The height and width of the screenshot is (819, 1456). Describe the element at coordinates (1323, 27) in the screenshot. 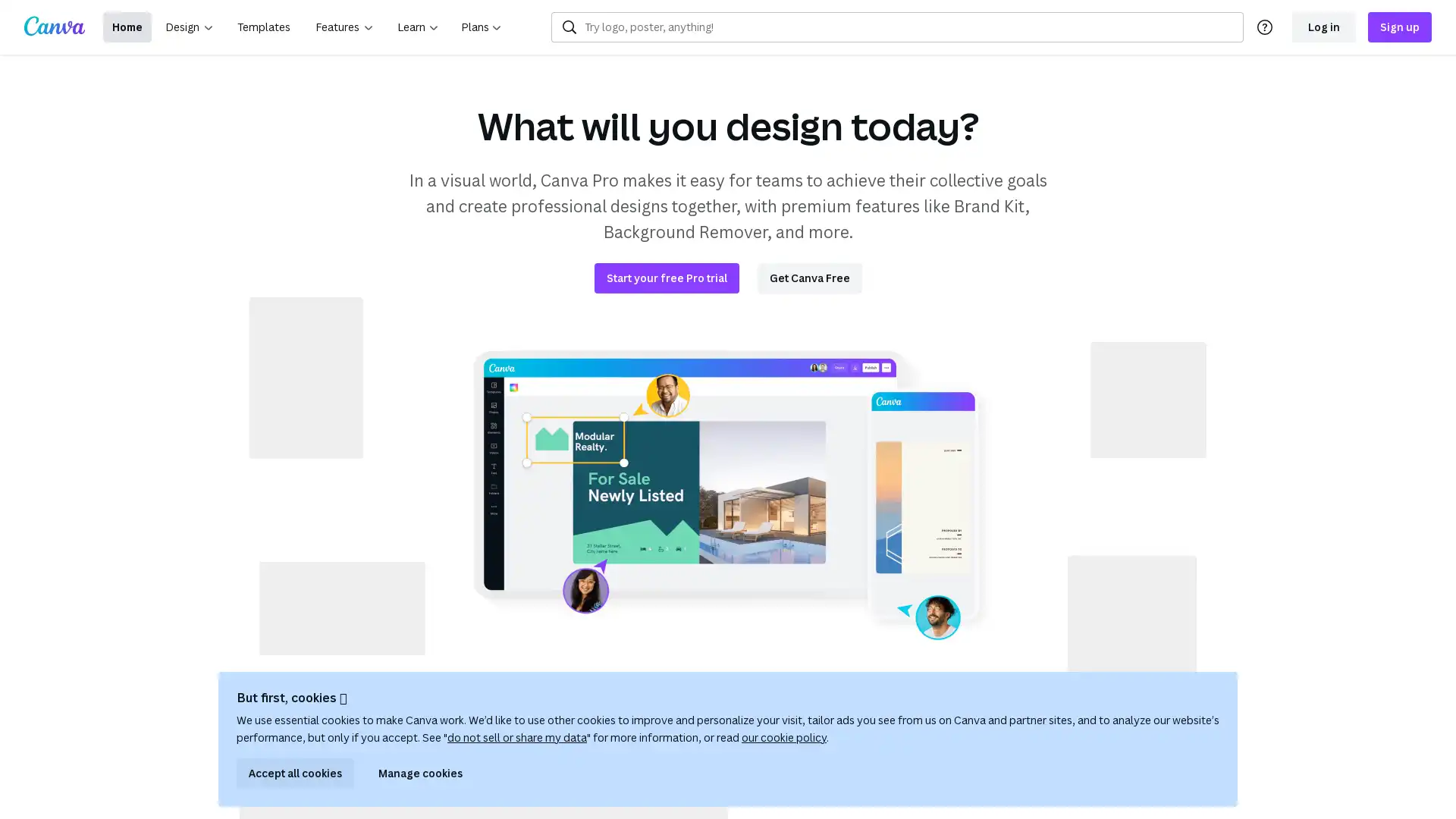

I see `Log in` at that location.